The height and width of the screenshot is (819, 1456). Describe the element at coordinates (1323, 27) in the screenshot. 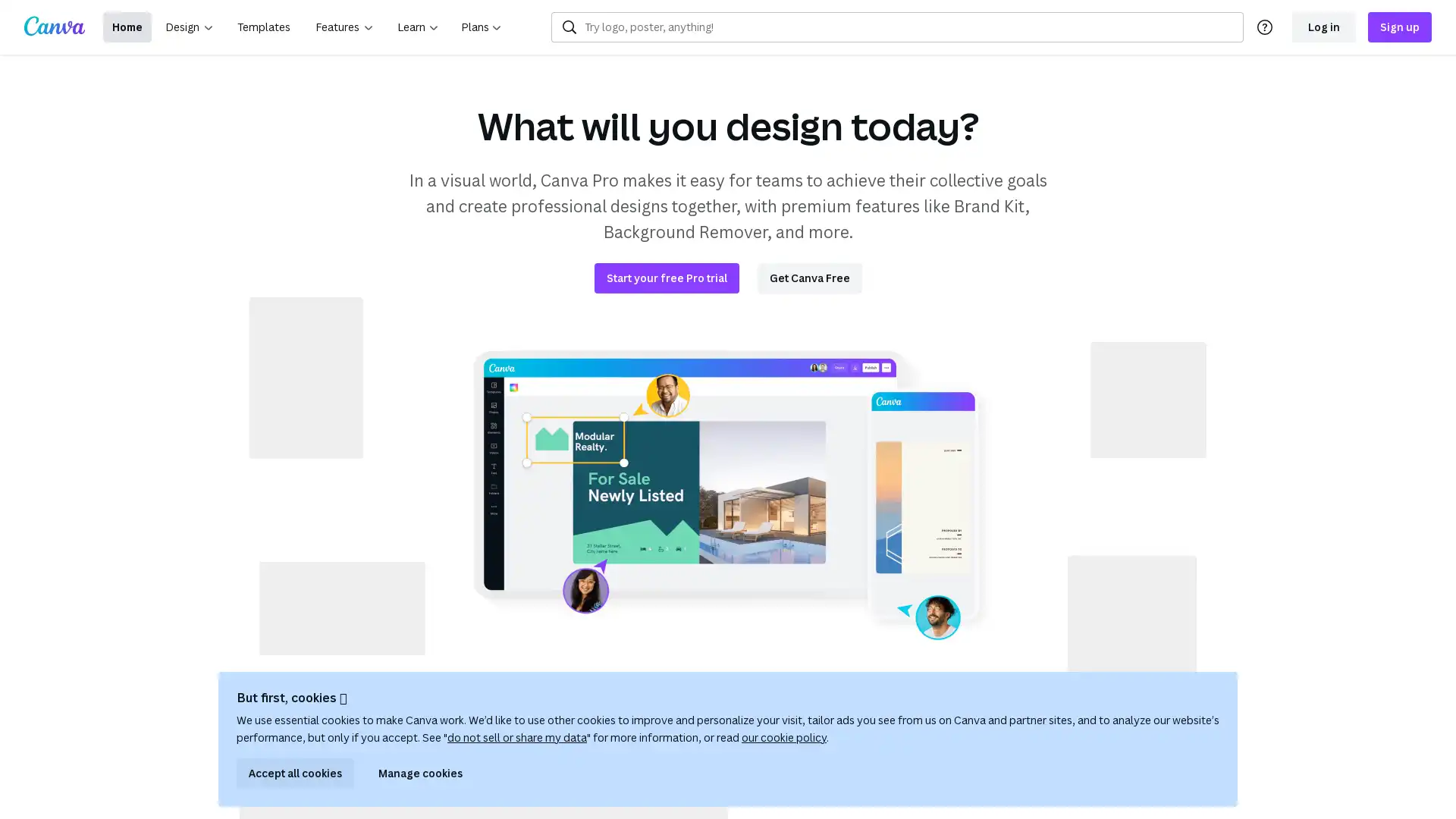

I see `Log in` at that location.